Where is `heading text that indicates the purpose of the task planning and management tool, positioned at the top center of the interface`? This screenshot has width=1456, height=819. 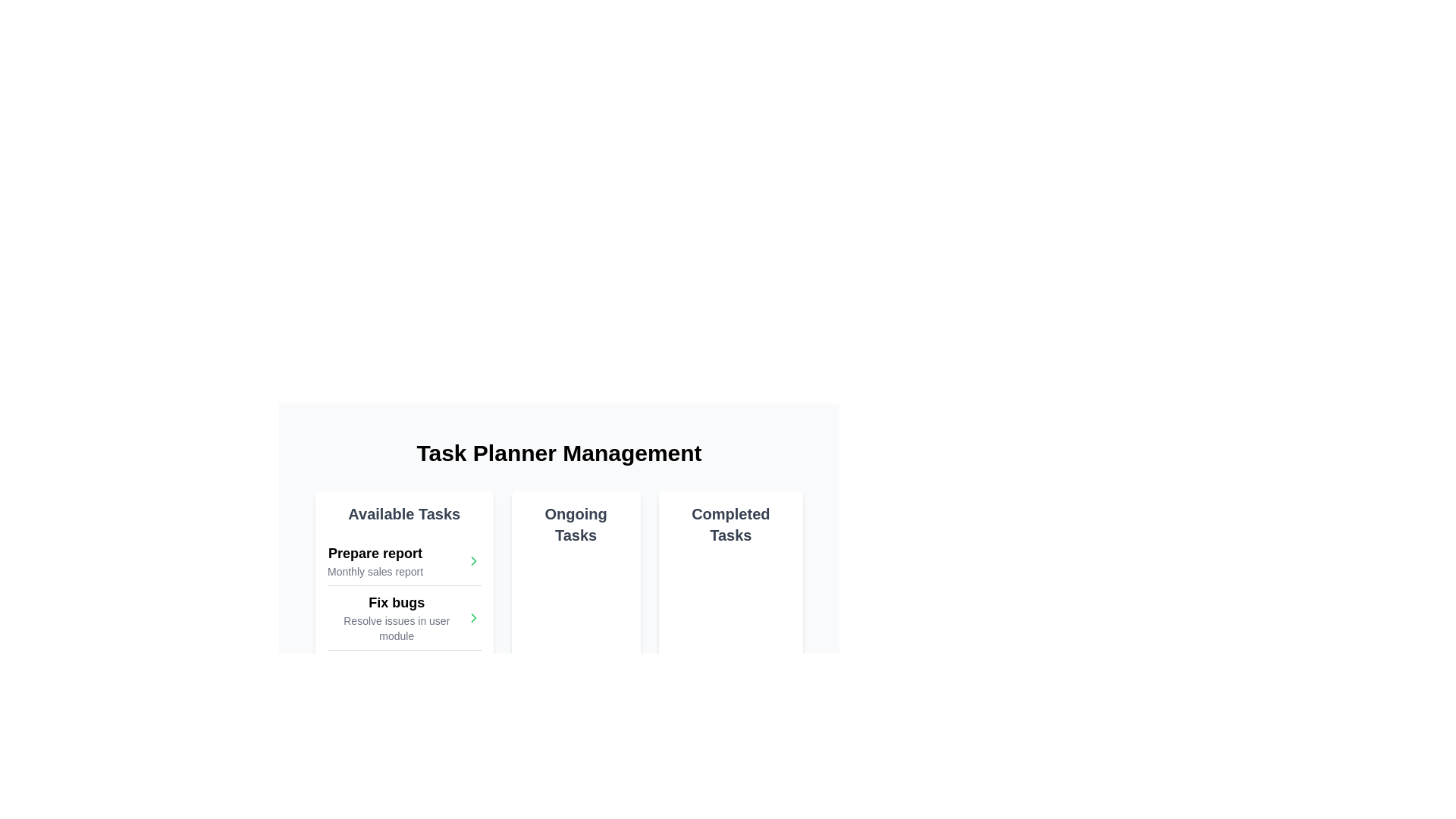
heading text that indicates the purpose of the task planning and management tool, positioned at the top center of the interface is located at coordinates (558, 452).